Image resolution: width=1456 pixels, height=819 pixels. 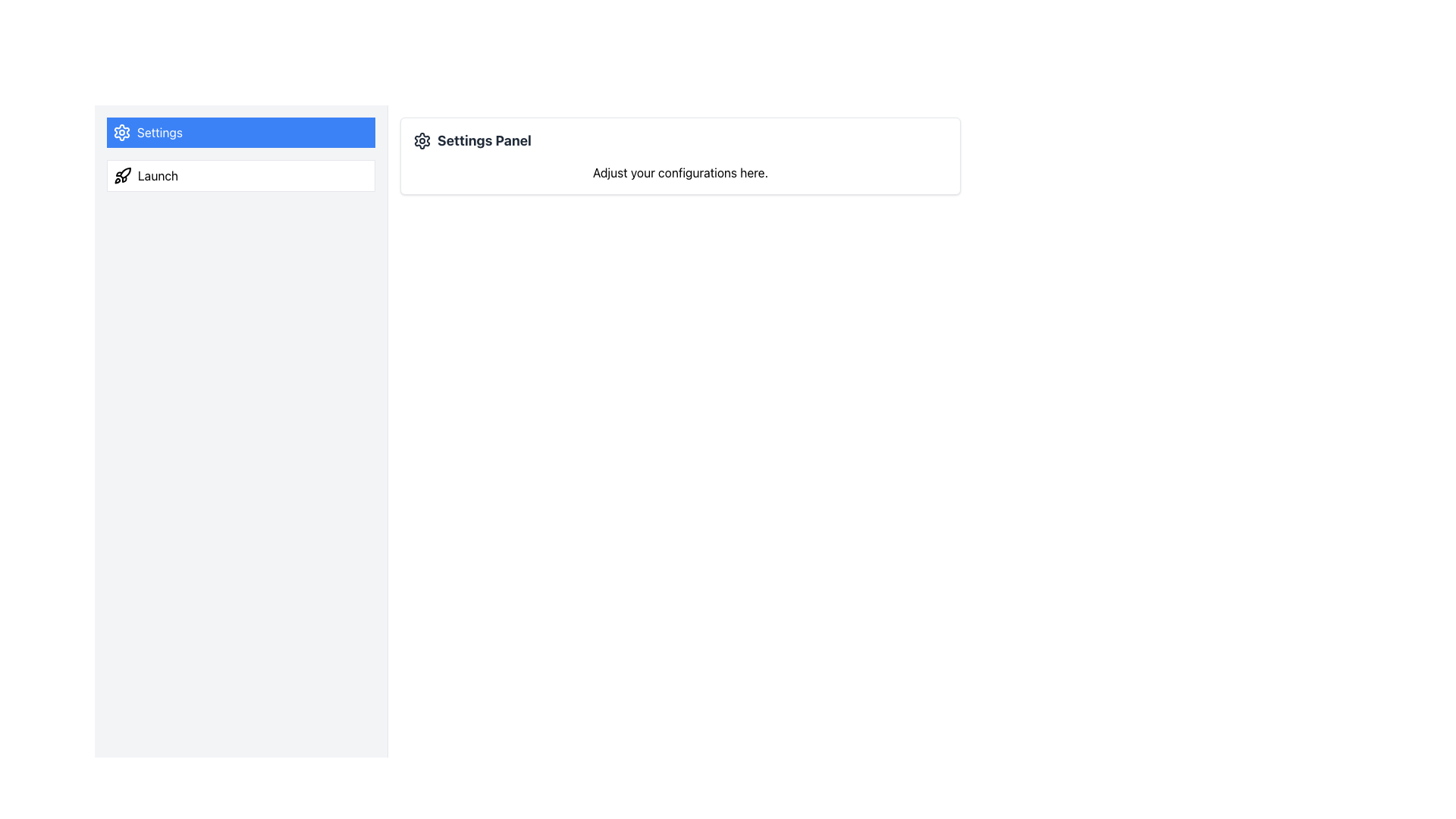 I want to click on the static text element that labels the item associated with launching, positioned to the right of the rocket icon, so click(x=158, y=174).